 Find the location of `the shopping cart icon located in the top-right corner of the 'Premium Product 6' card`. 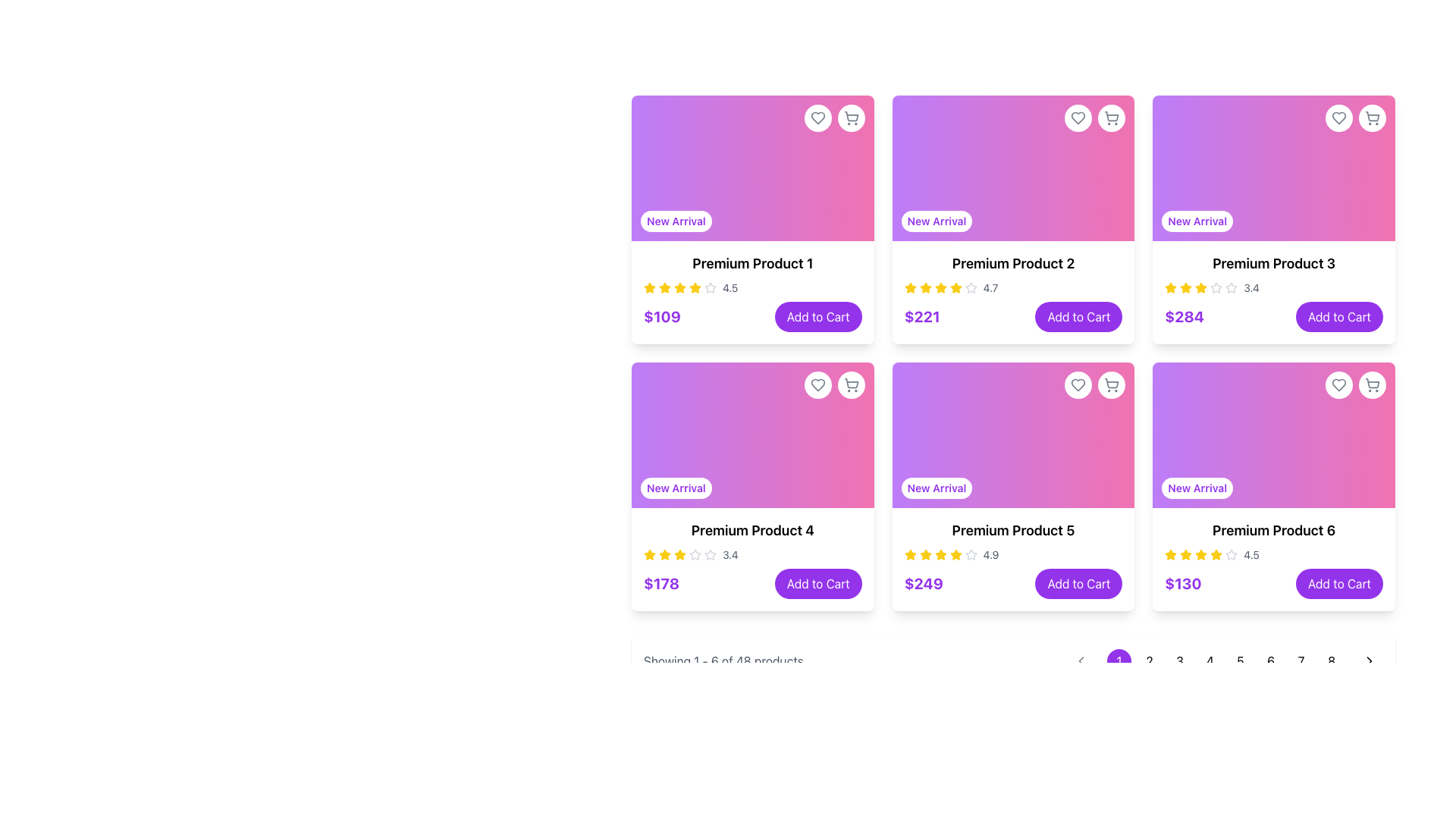

the shopping cart icon located in the top-right corner of the 'Premium Product 6' card is located at coordinates (1372, 384).